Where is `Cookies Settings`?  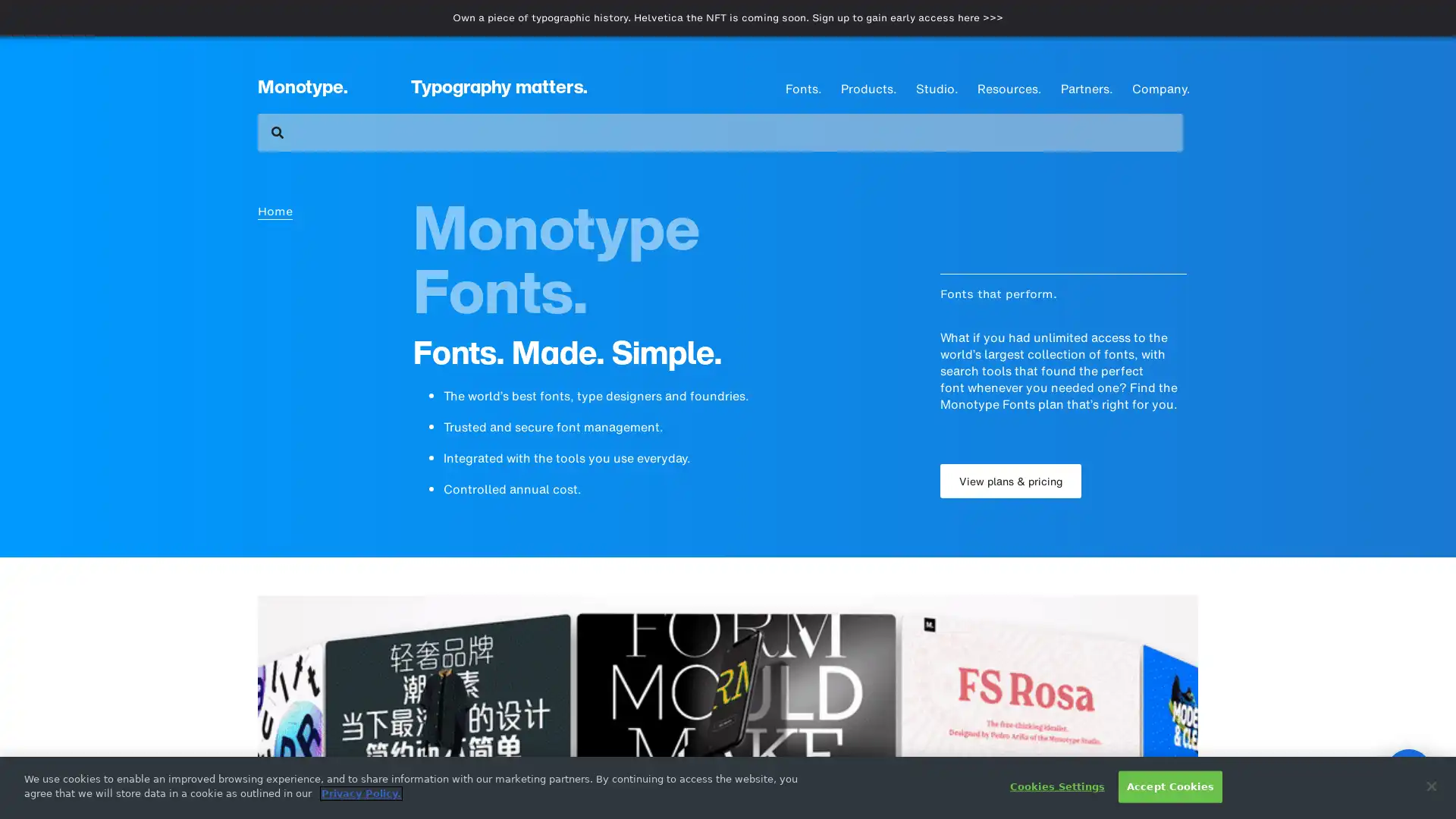
Cookies Settings is located at coordinates (1056, 786).